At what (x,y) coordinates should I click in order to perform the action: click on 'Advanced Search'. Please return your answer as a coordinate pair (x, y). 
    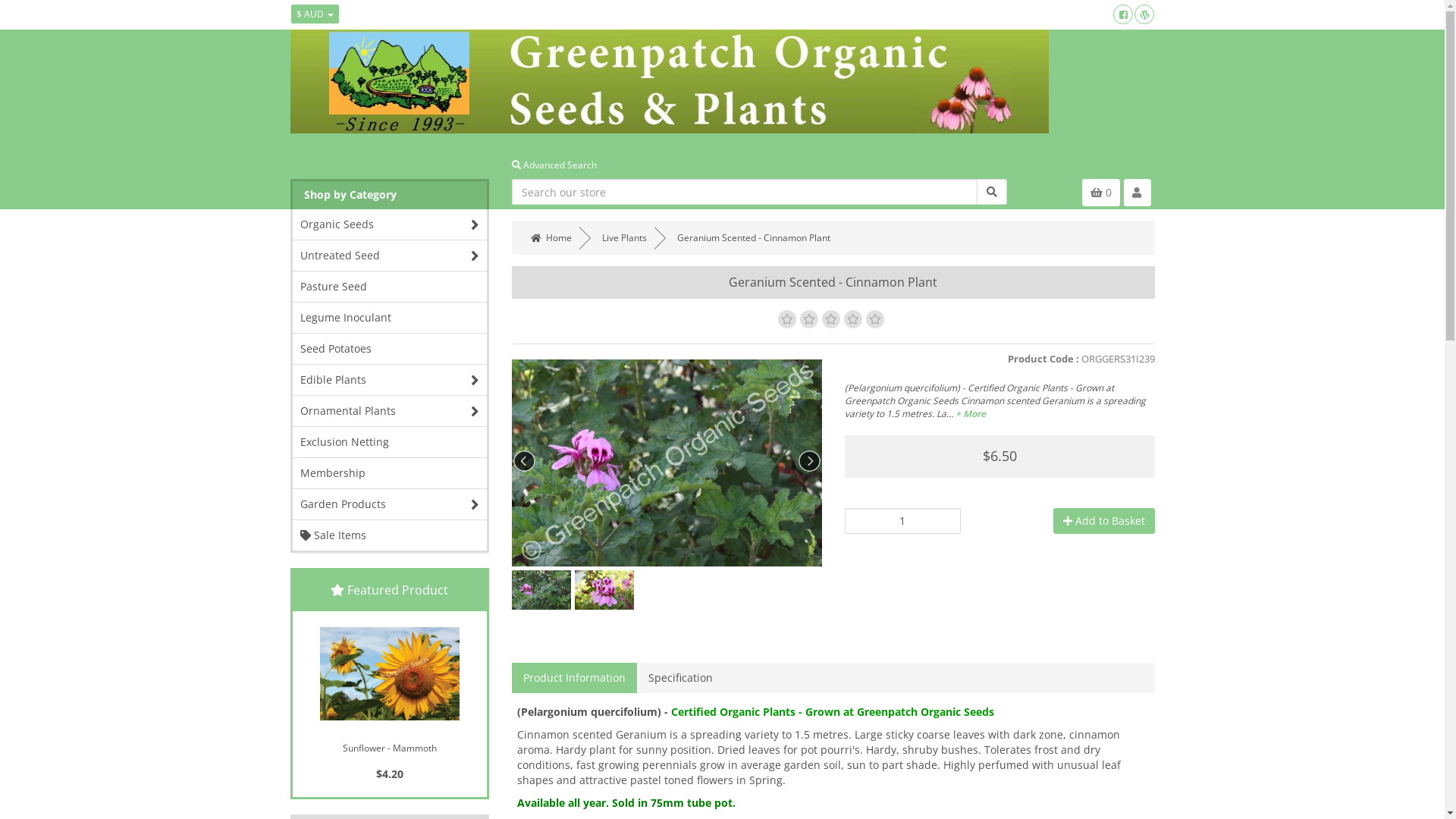
    Looking at the image, I should click on (512, 165).